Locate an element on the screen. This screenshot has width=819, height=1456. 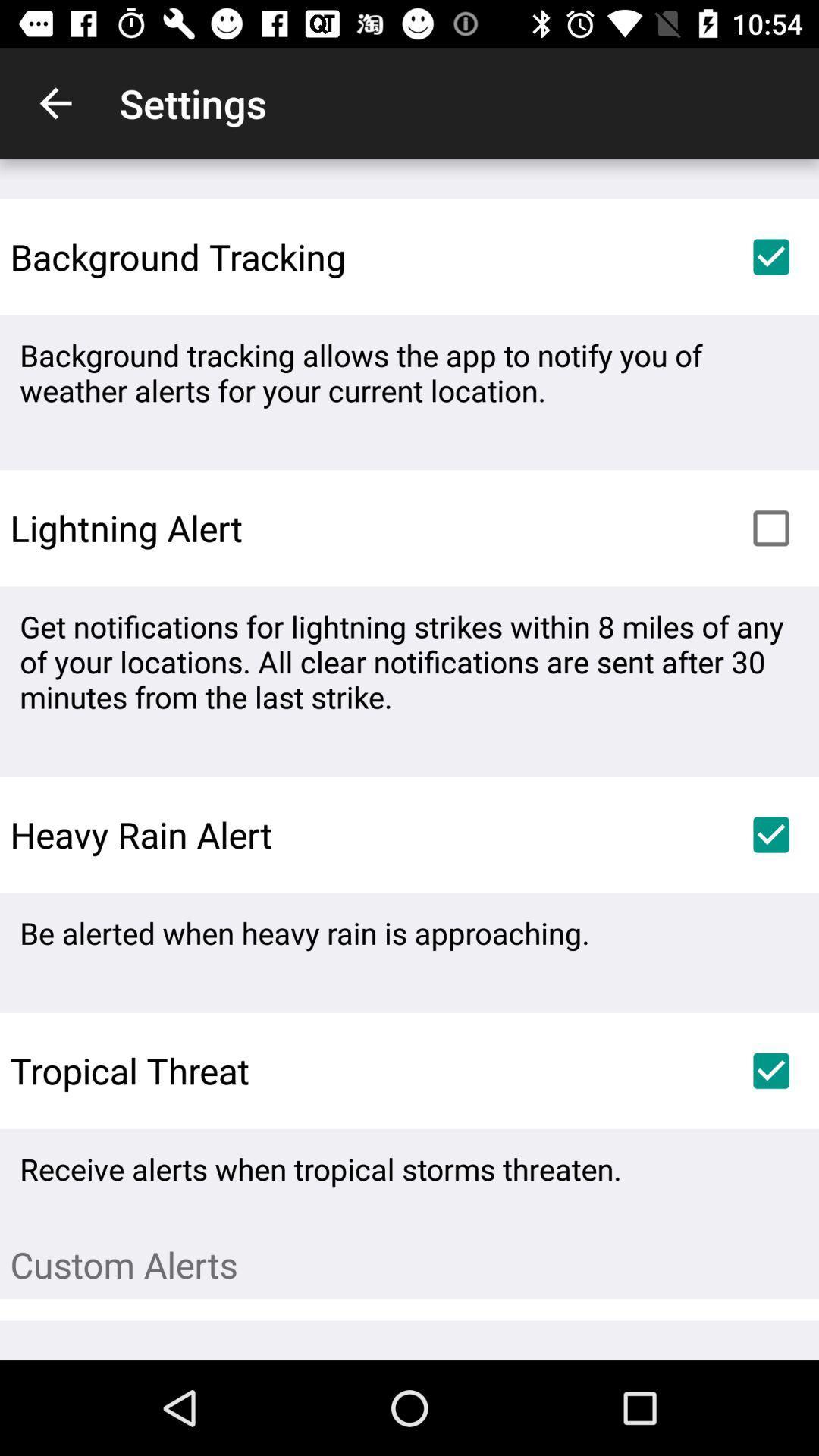
the item to the right of heavy rain alert icon is located at coordinates (771, 833).